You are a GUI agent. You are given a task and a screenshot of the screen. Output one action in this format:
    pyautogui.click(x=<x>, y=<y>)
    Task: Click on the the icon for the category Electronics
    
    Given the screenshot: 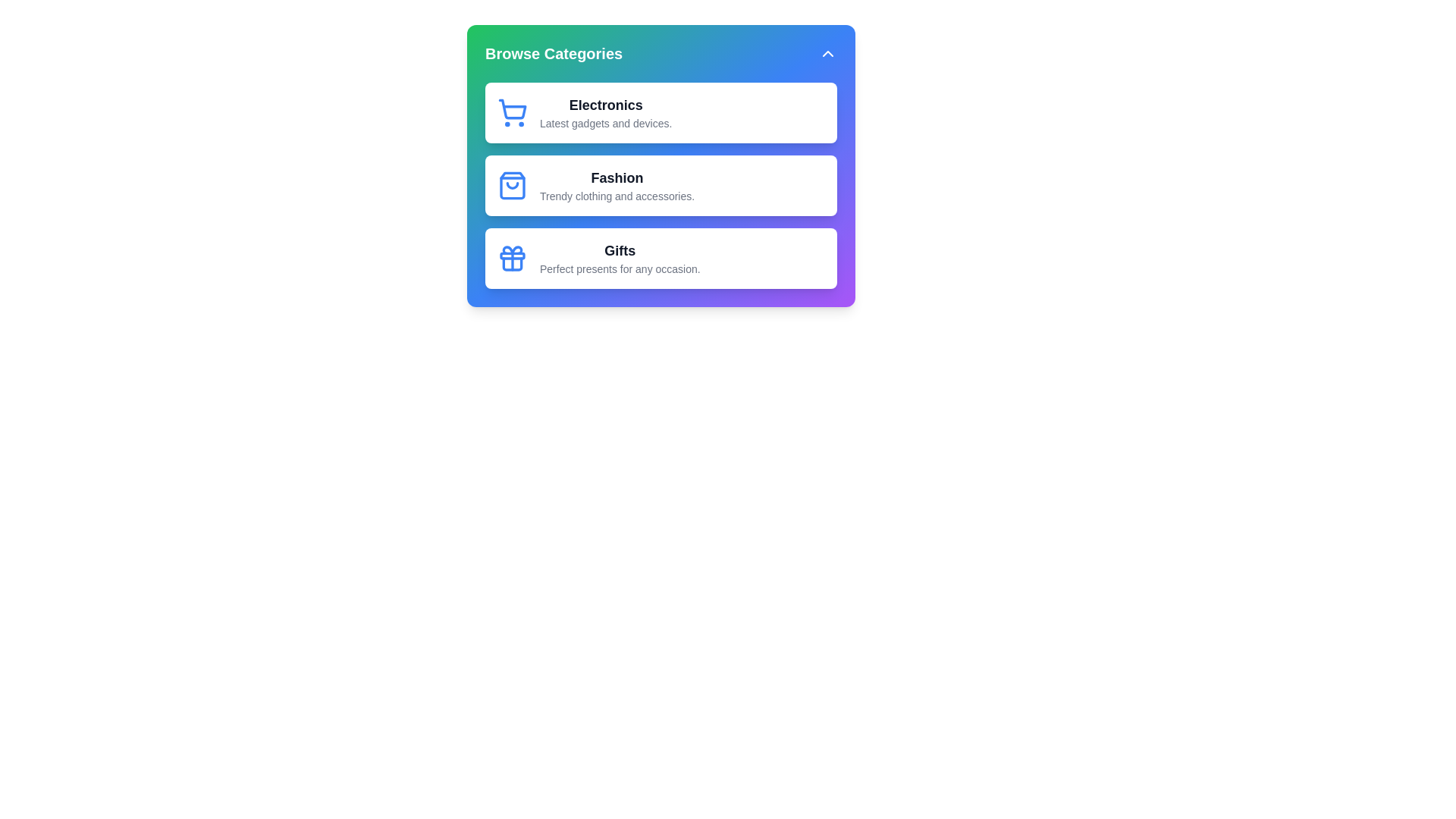 What is the action you would take?
    pyautogui.click(x=513, y=112)
    